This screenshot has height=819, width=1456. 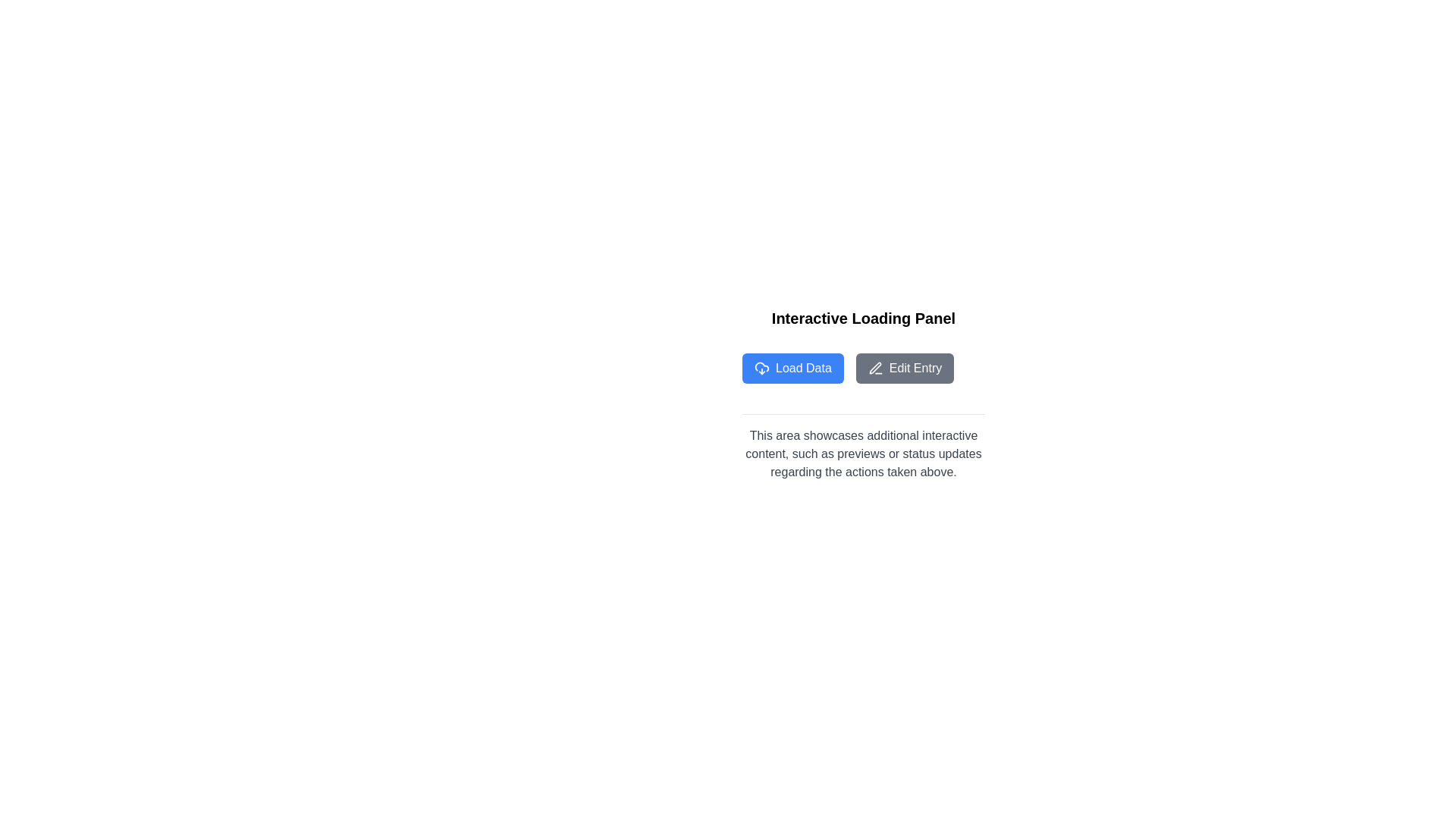 What do you see at coordinates (905, 369) in the screenshot?
I see `the 'Edit Entry' button with rounded corners and a gray background, located to the right of the 'Load Data' button in the Interactive Loading Panel` at bounding box center [905, 369].